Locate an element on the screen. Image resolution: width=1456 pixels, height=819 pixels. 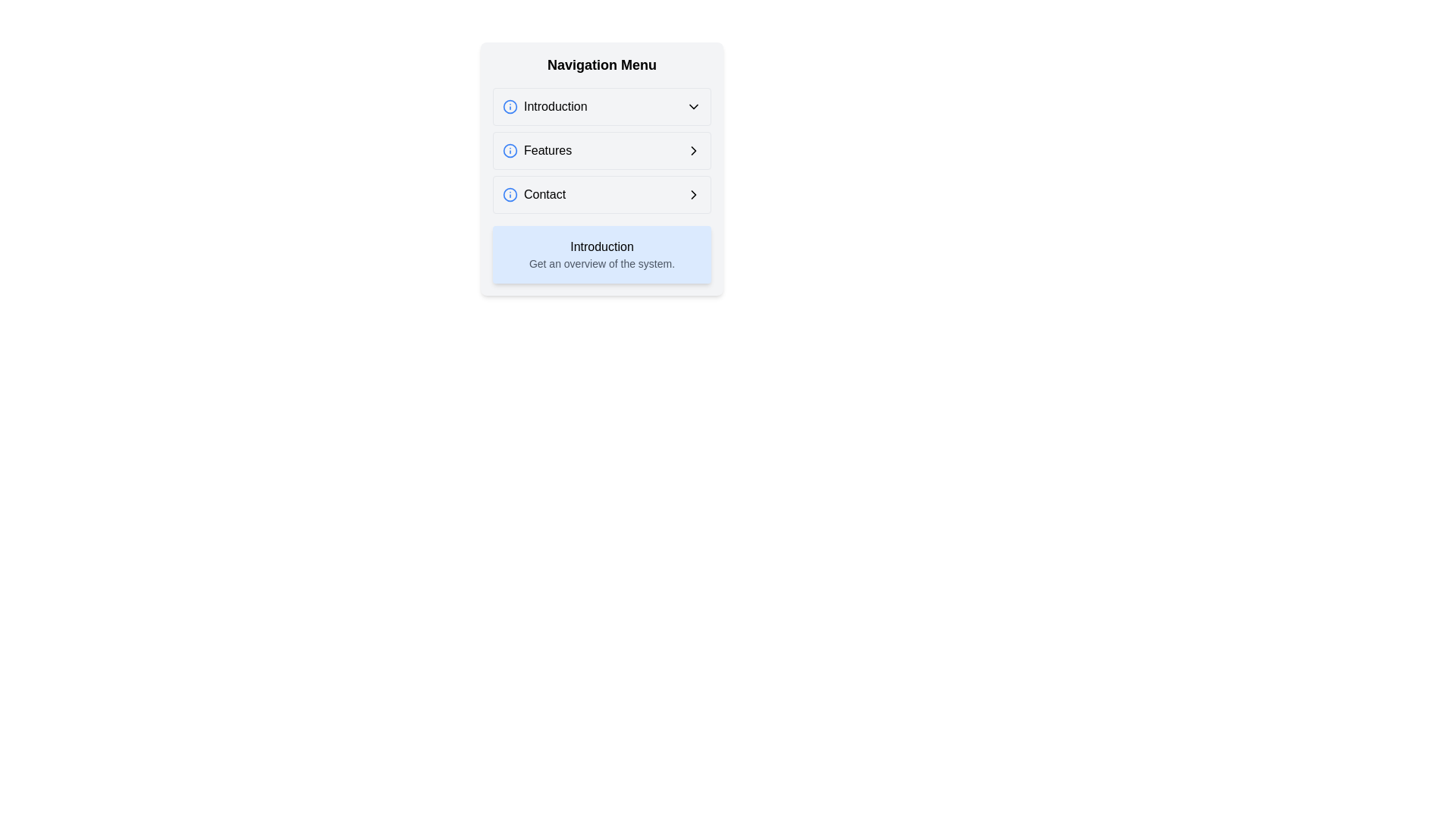
the details of the circular icon with a blue outline and white inner area, located in the upper left corner of the first entry of the vertical navigation menu is located at coordinates (510, 106).